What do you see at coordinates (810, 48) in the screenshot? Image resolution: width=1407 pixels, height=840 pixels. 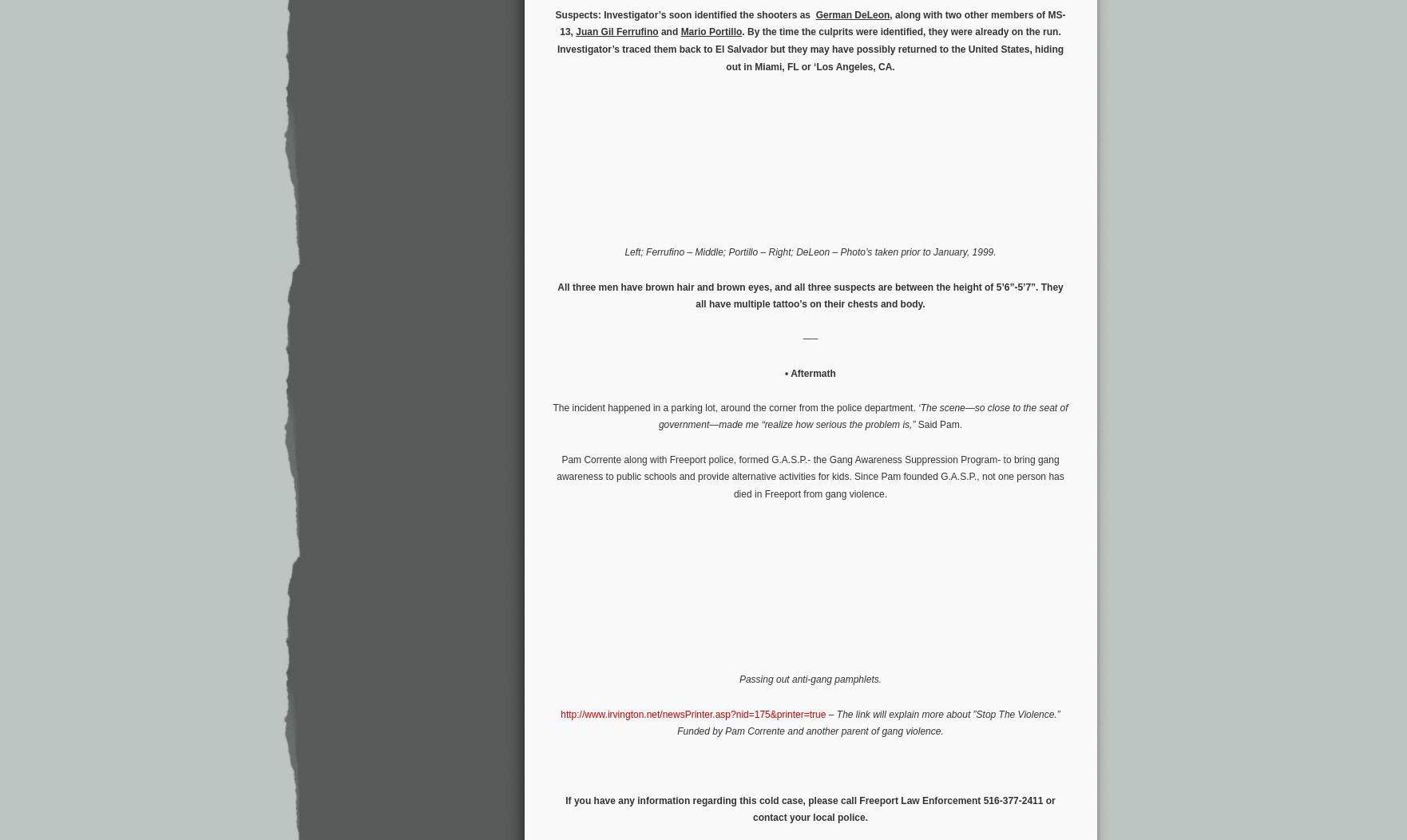 I see `'. By the time the culprits were identified, they were already on the run. Investigator’s traced them back to El Salvador but they may have possibly returned to the United States, hiding out in Miami, FL or ‘Los Angeles, CA.'` at bounding box center [810, 48].